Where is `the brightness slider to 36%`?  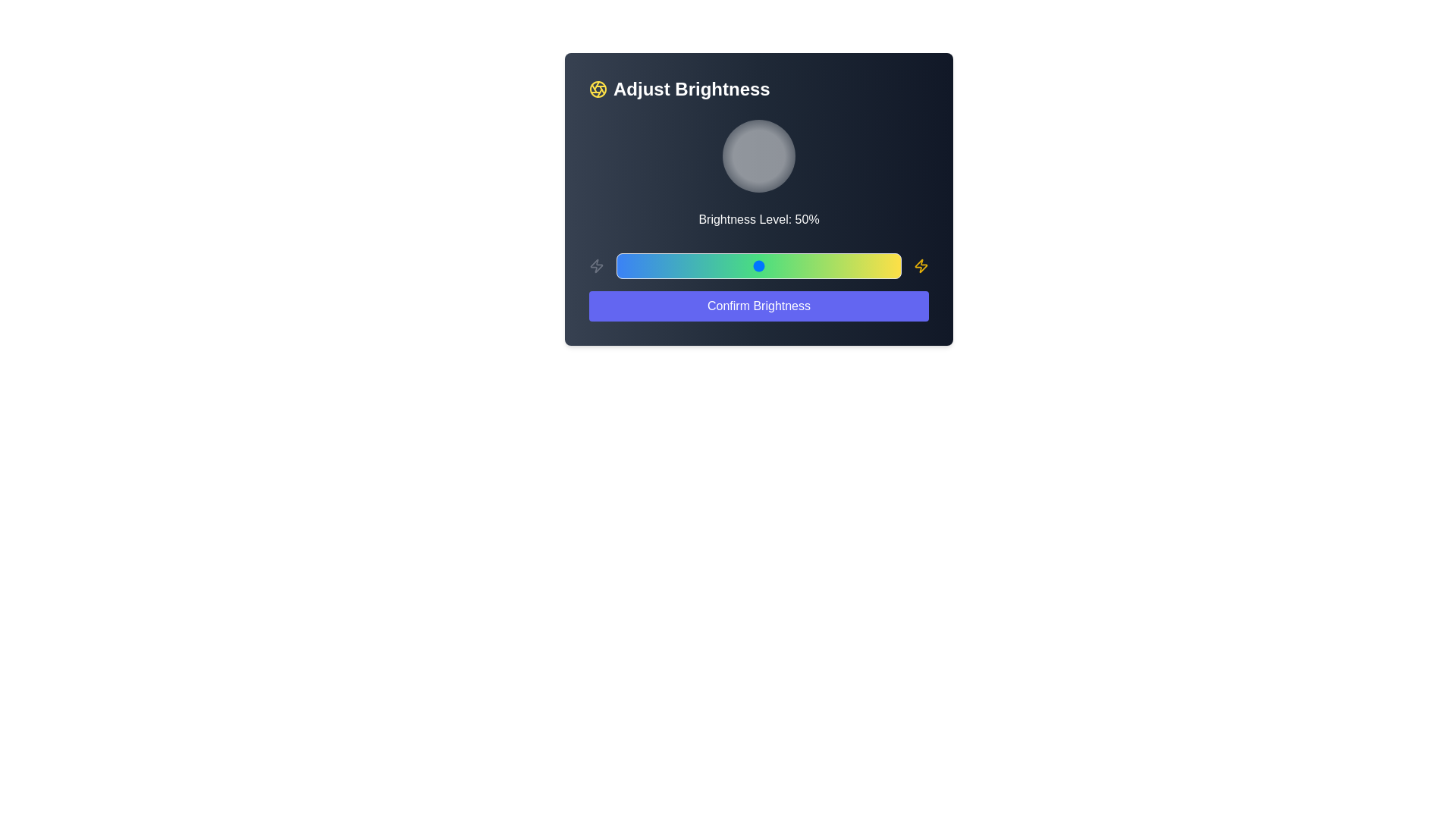 the brightness slider to 36% is located at coordinates (718, 265).